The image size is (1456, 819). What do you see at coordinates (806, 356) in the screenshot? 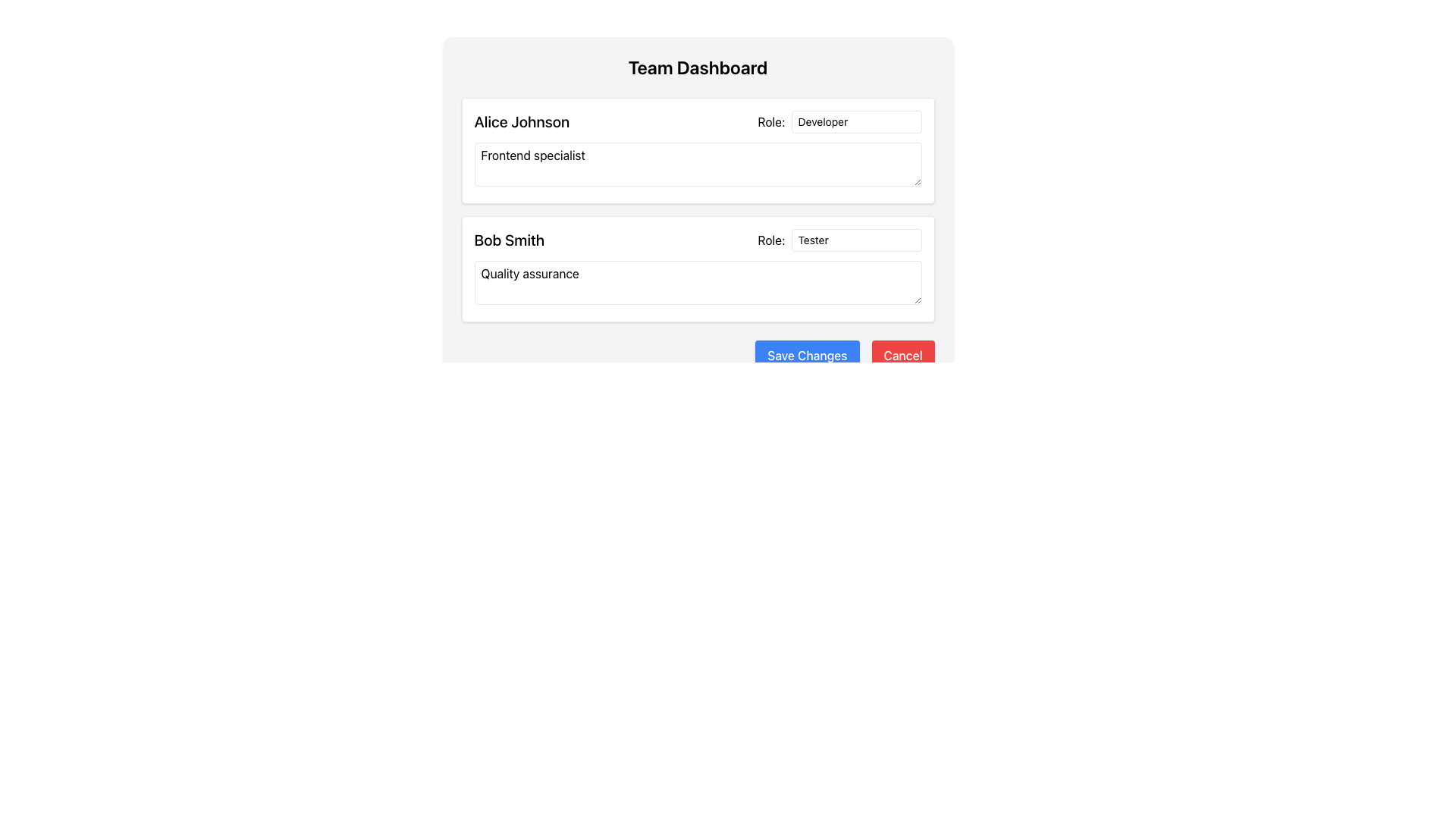
I see `the save button located in the bottom-right corner of the panel, next to the red 'Cancel' button` at bounding box center [806, 356].